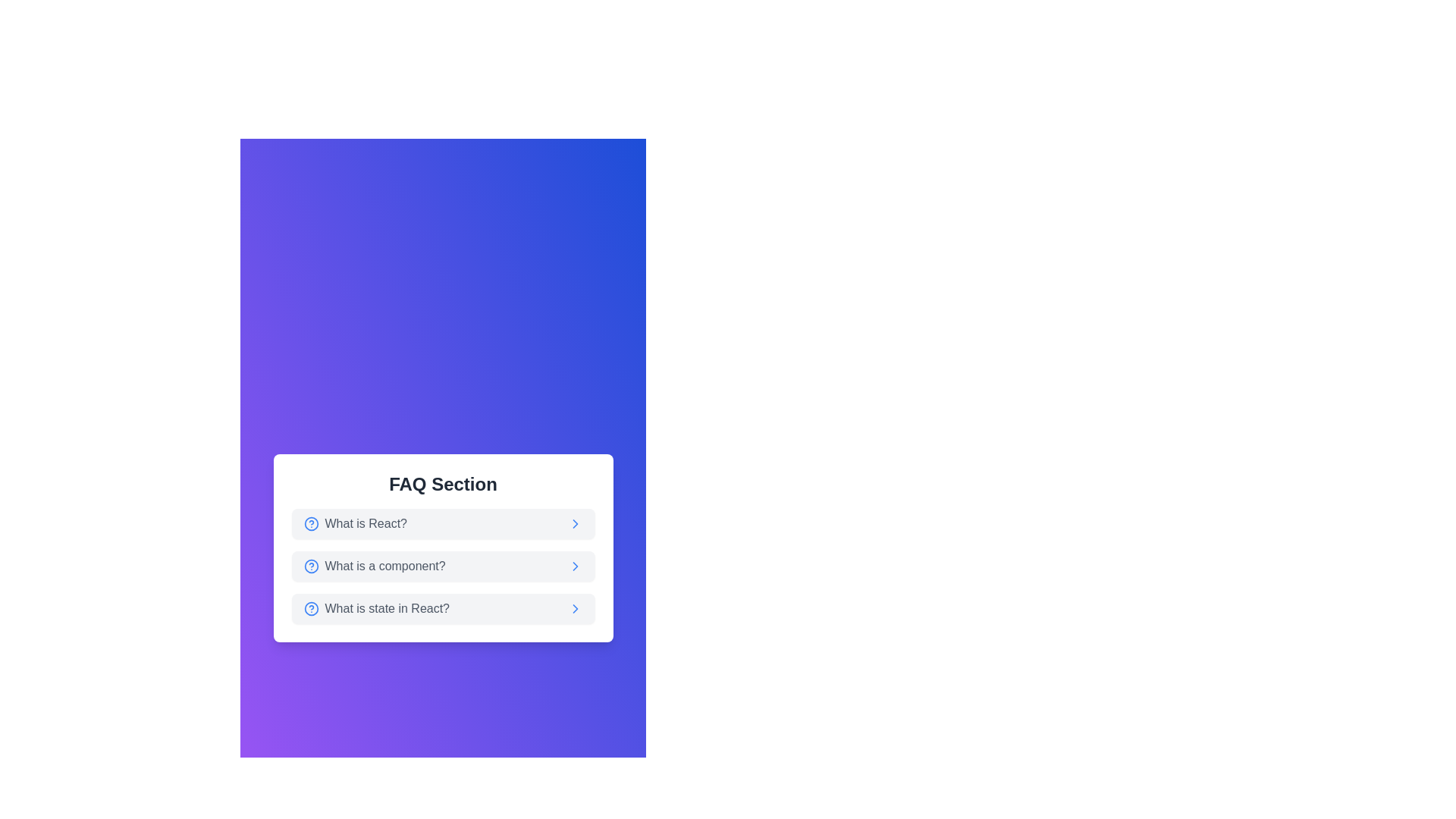  Describe the element at coordinates (574, 522) in the screenshot. I see `the rightward chevron icon (second in a series of three) located to the right of the question 'What is a component?' in the FAQ Section card` at that location.